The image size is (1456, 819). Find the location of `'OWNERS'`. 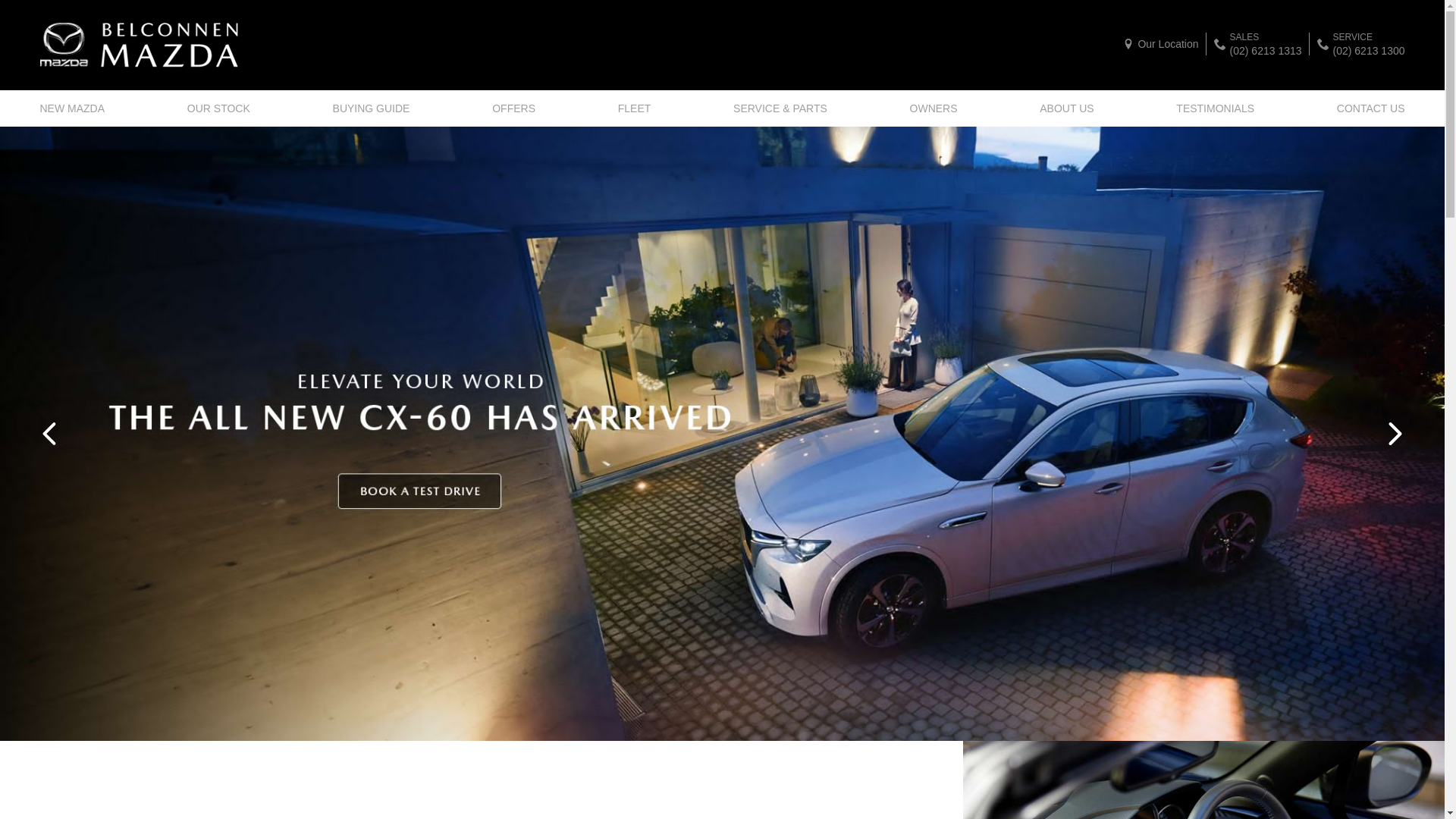

'OWNERS' is located at coordinates (933, 107).